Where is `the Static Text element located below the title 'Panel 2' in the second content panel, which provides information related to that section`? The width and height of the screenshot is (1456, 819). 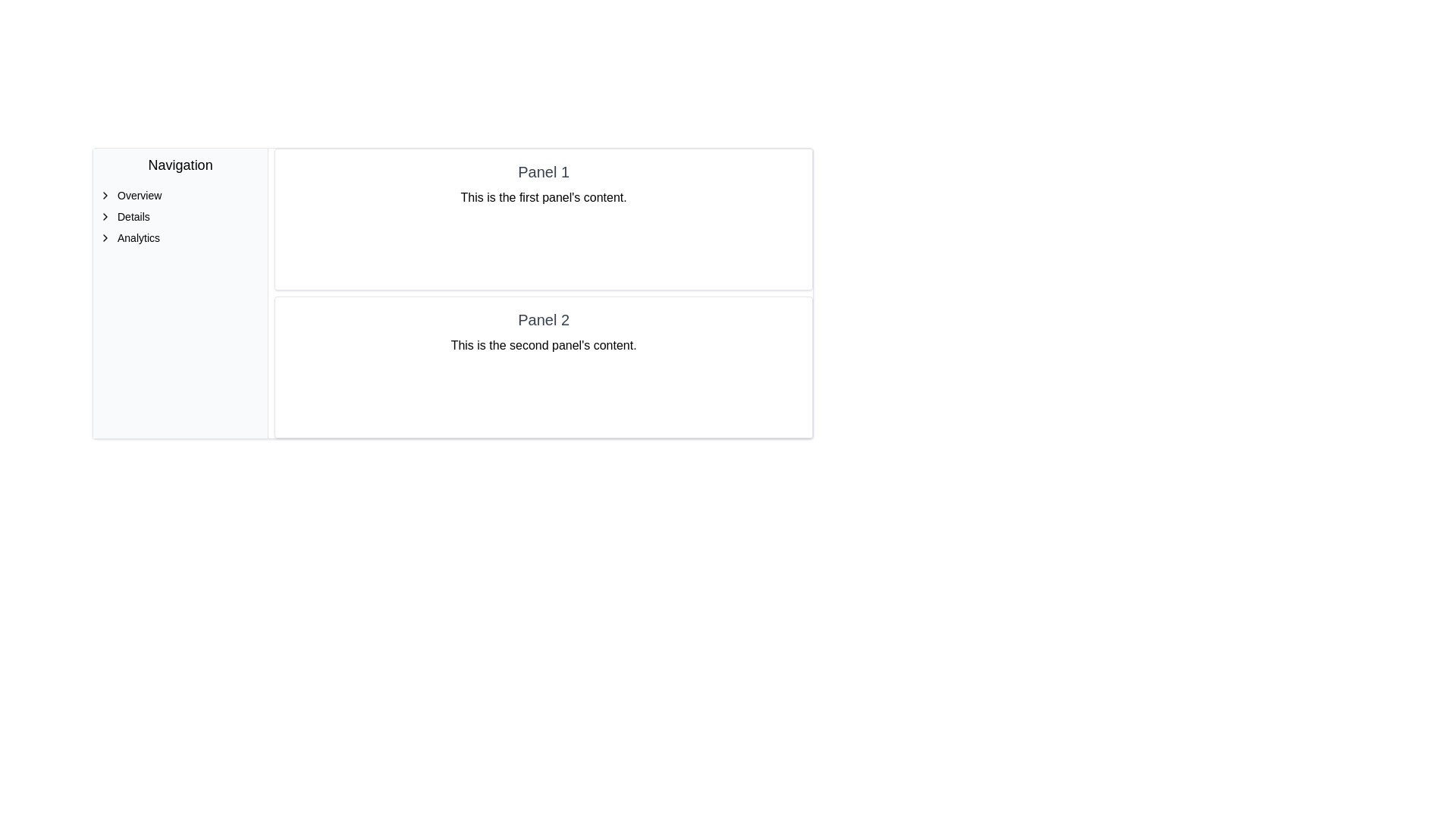
the Static Text element located below the title 'Panel 2' in the second content panel, which provides information related to that section is located at coordinates (544, 345).